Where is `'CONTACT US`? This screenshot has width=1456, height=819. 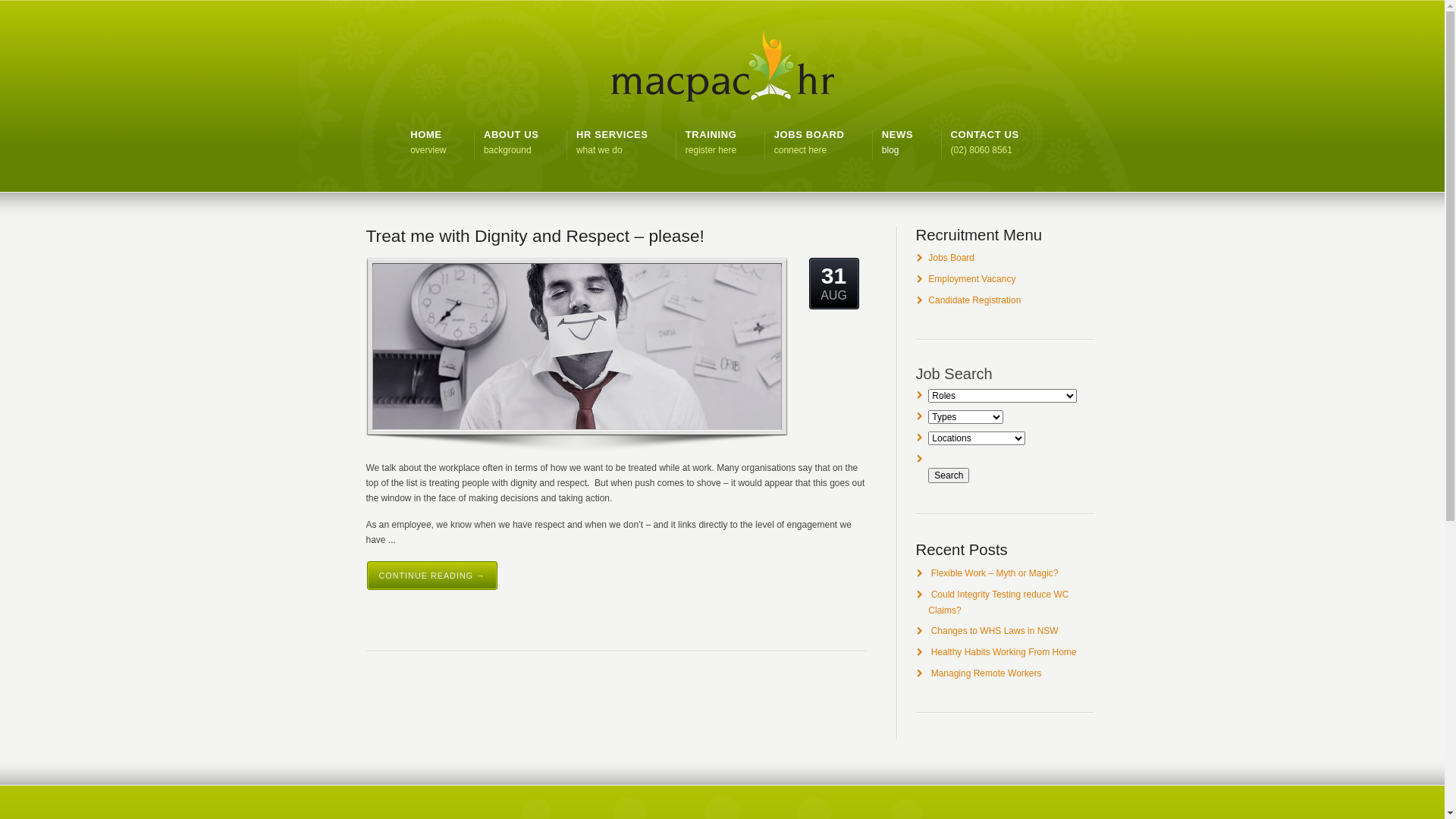
'CONTACT US is located at coordinates (985, 143).